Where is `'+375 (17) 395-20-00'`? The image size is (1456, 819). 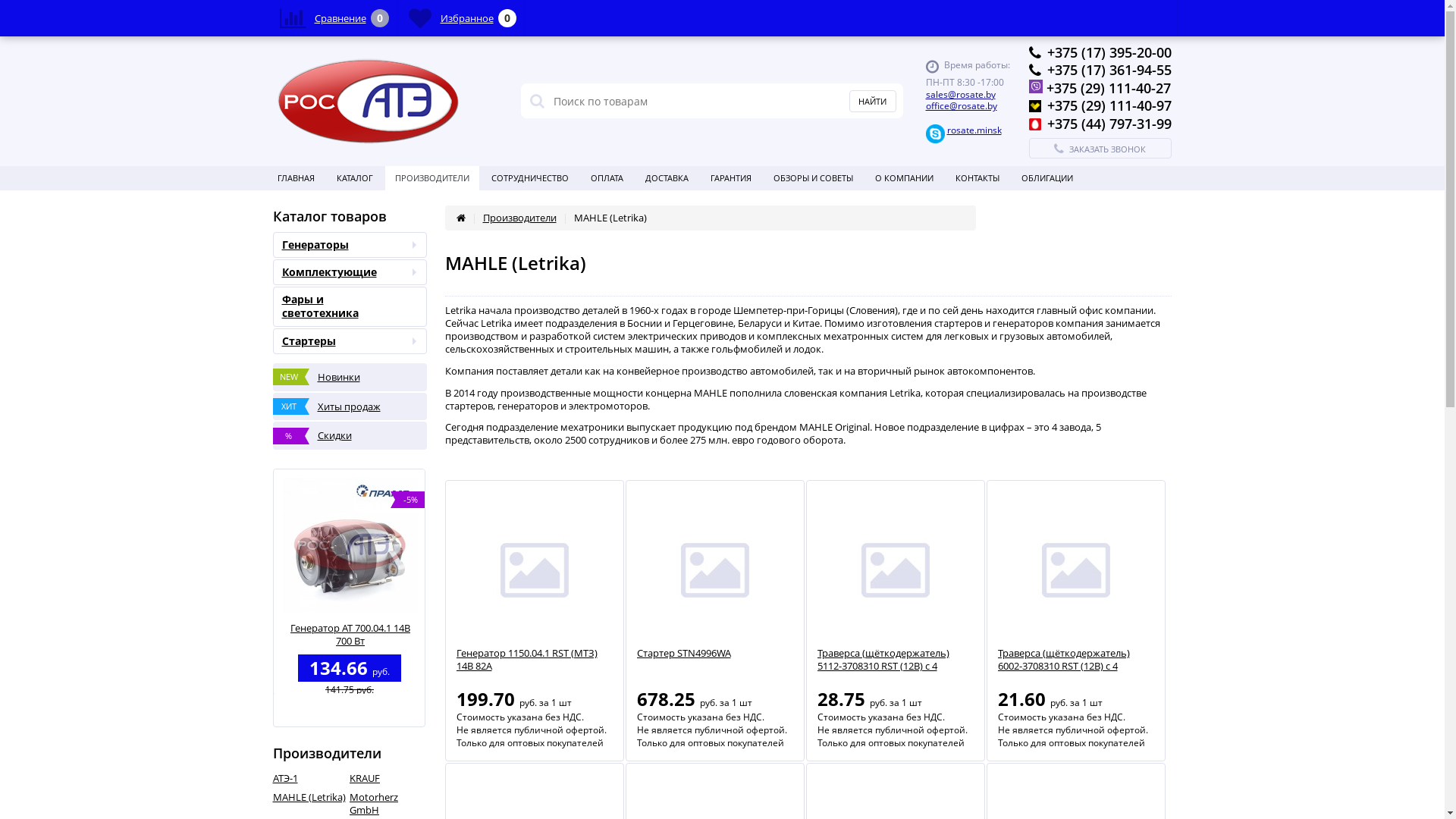 '+375 (17) 395-20-00' is located at coordinates (1109, 52).